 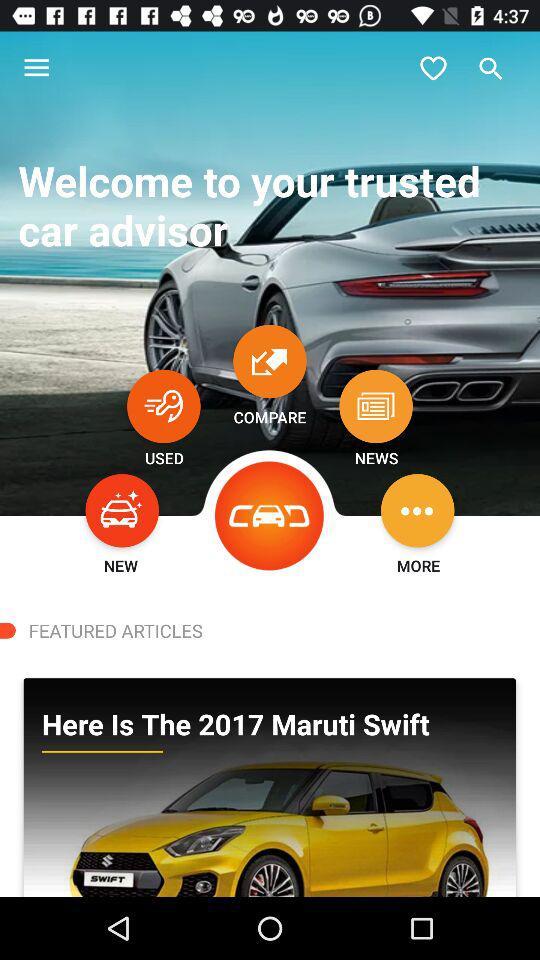 What do you see at coordinates (162, 405) in the screenshot?
I see `come back` at bounding box center [162, 405].